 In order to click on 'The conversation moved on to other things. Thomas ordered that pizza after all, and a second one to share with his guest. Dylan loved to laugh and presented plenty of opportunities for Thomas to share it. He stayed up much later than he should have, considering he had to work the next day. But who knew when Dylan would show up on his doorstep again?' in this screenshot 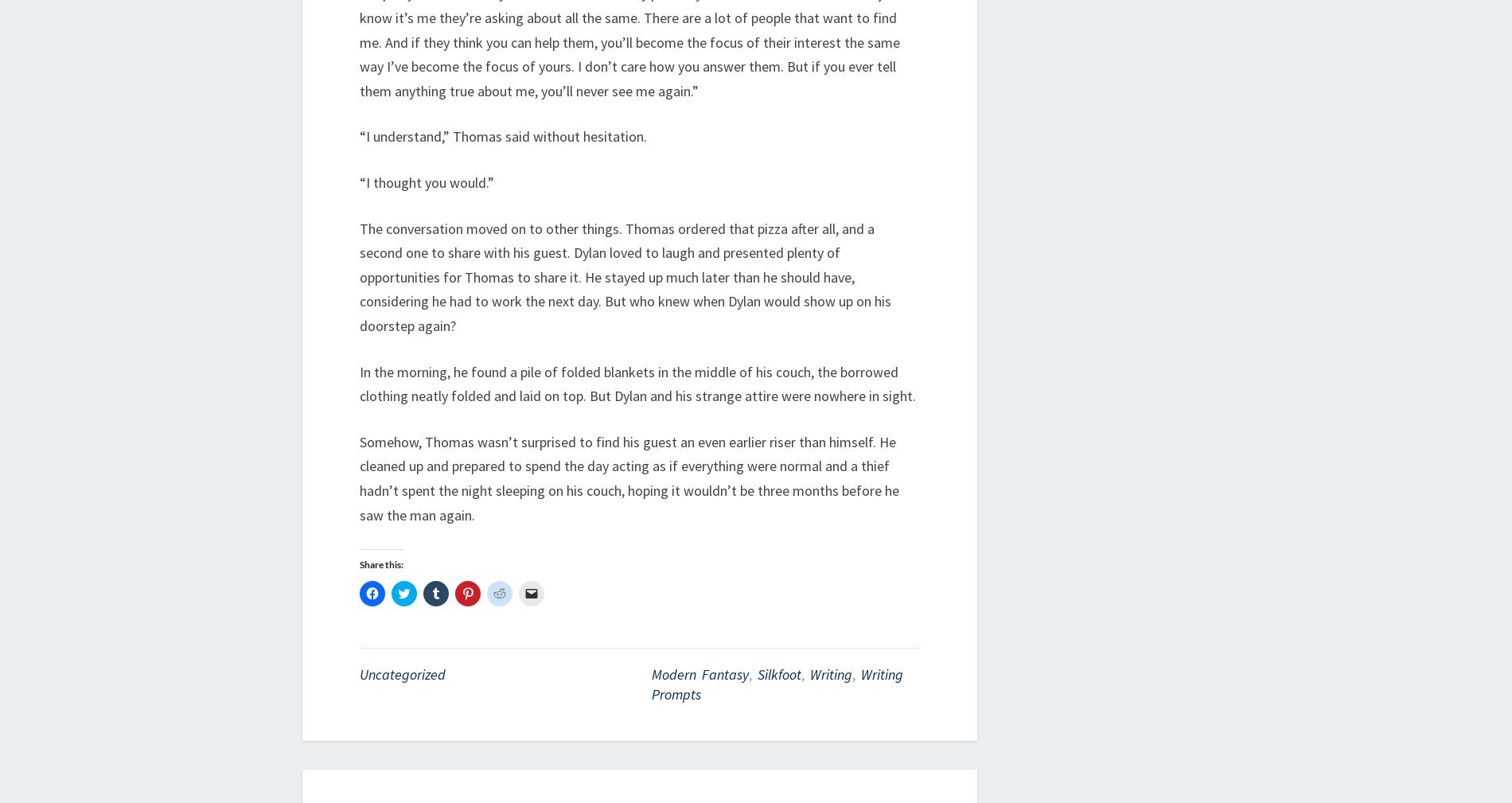, I will do `click(625, 276)`.